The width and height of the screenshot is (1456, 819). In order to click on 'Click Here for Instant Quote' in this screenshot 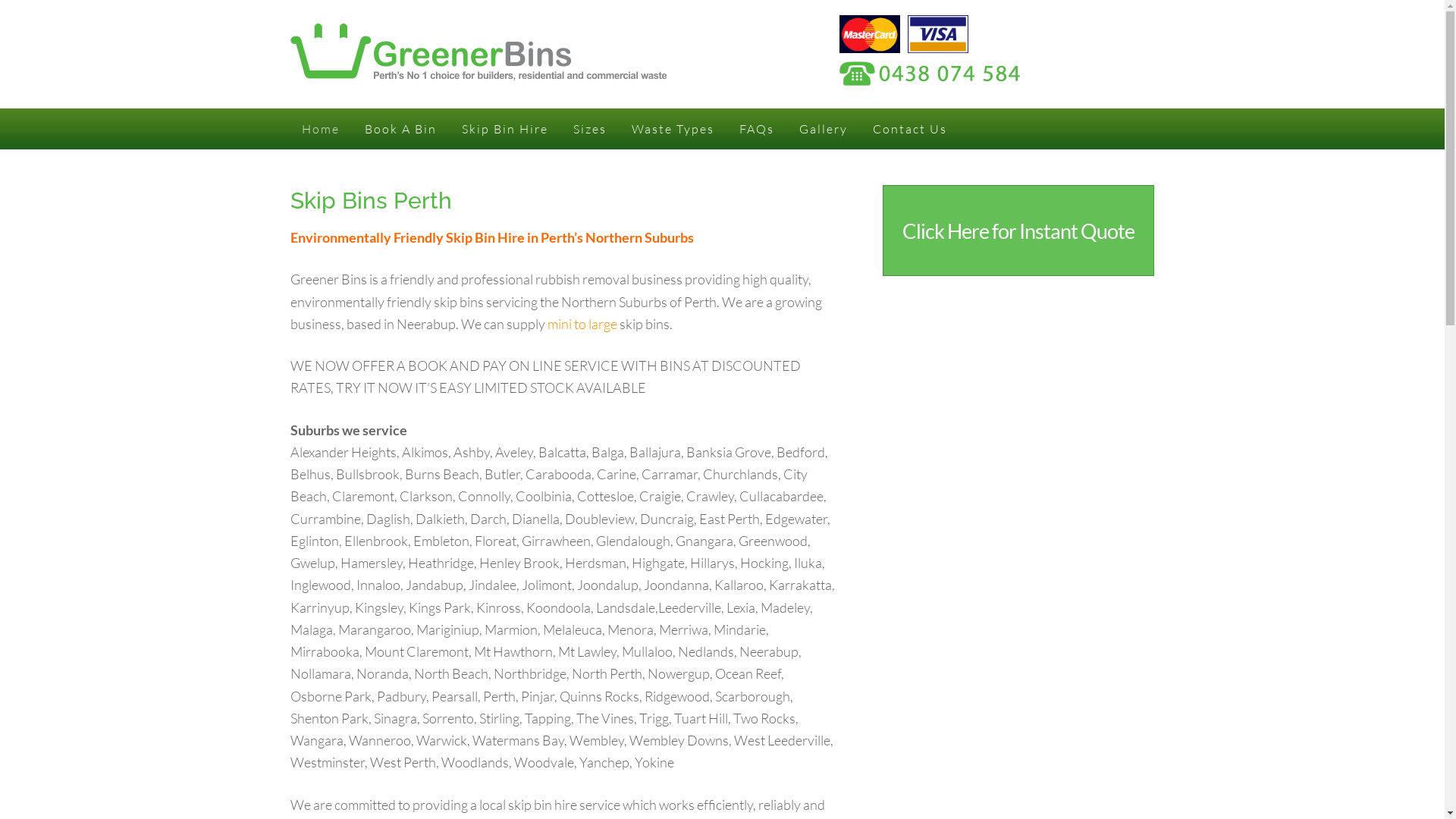, I will do `click(1018, 231)`.